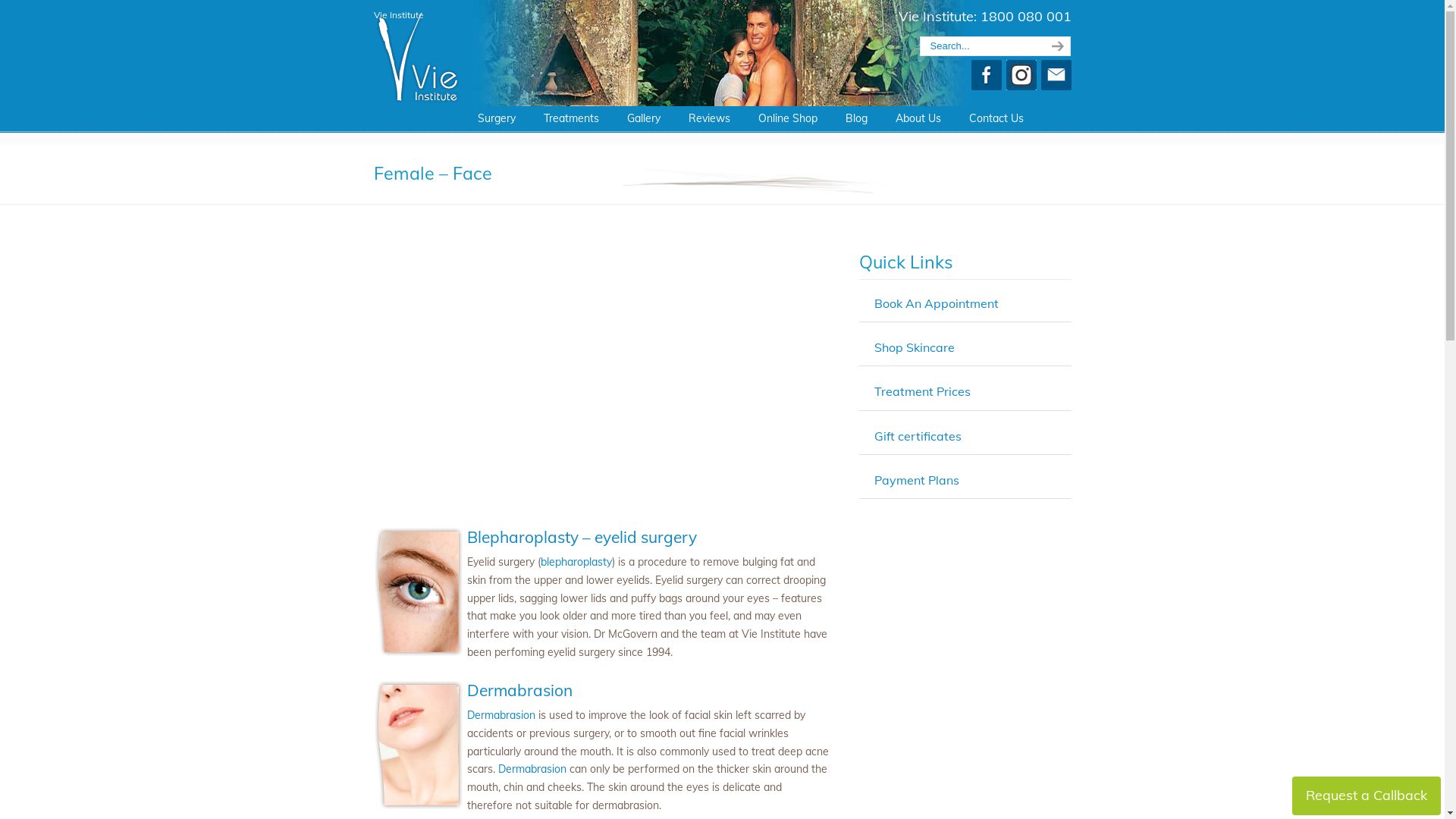 This screenshot has width=1456, height=819. I want to click on 'Treatments', so click(570, 117).